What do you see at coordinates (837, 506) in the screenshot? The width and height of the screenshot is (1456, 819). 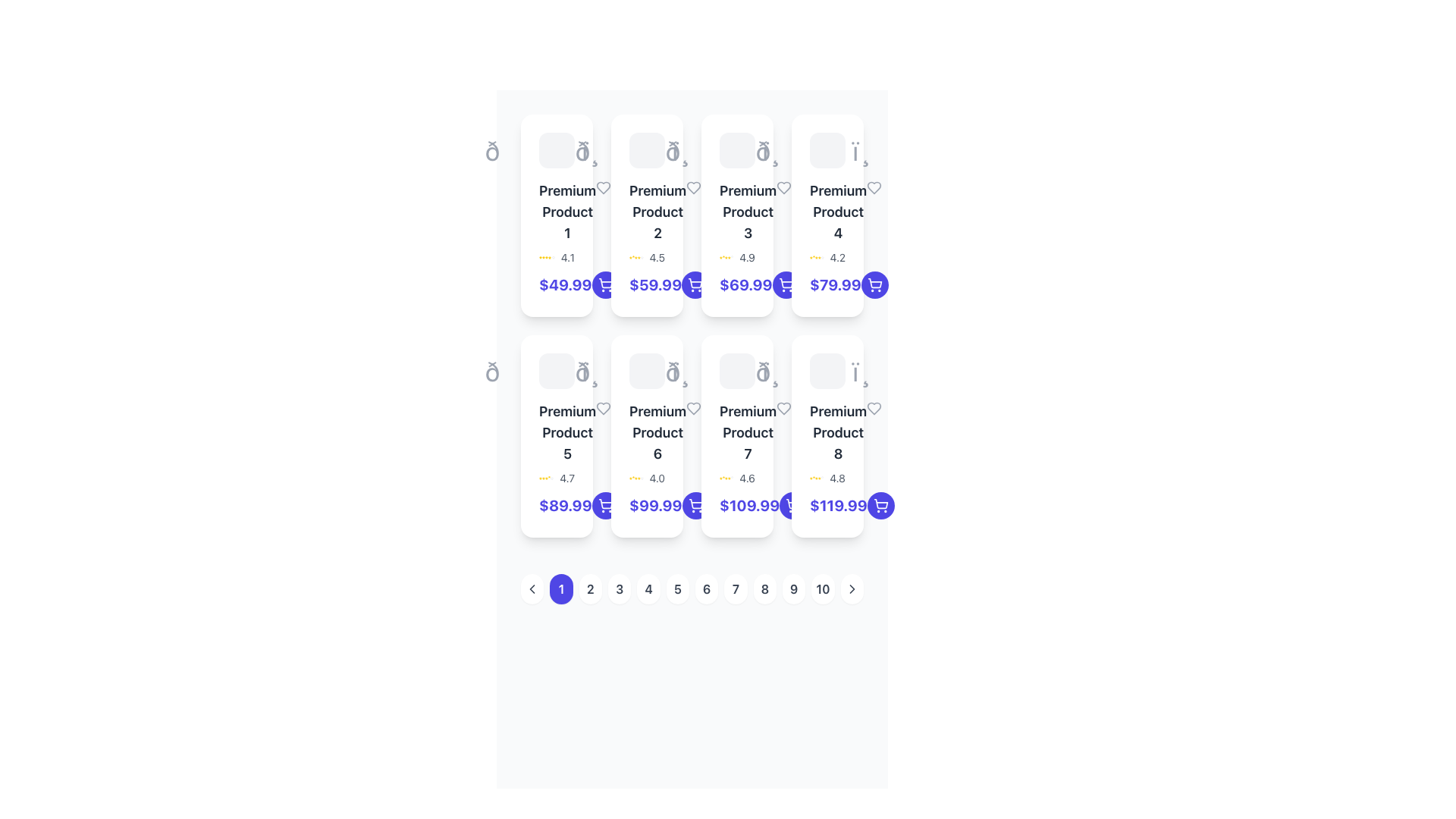 I see `price displayed in the text element located in the rightmost card of the bottom row, positioned just above the shopping cart button` at bounding box center [837, 506].